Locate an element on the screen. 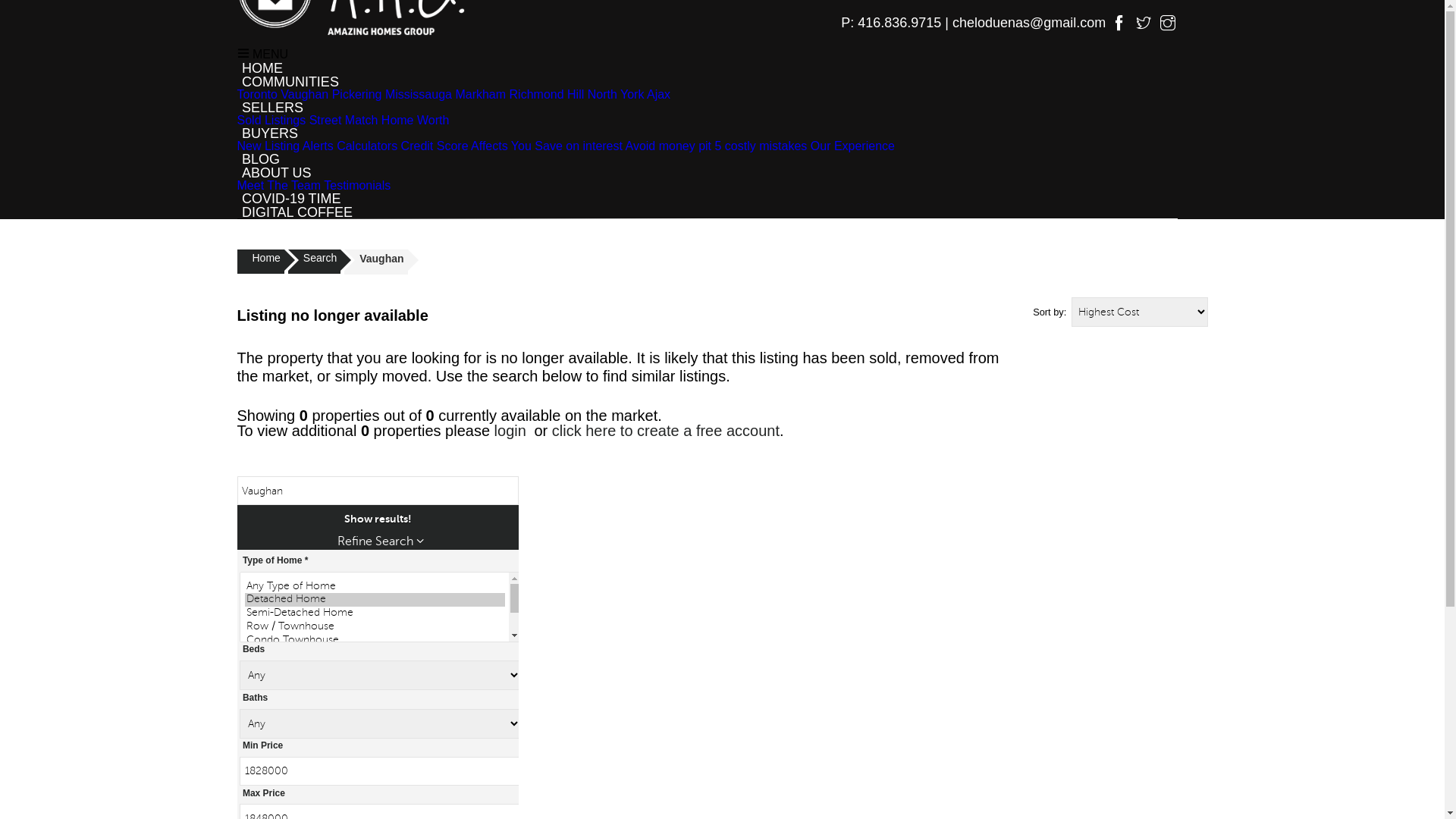 The image size is (1456, 819). 'DIGITAL COFFEE' is located at coordinates (297, 212).